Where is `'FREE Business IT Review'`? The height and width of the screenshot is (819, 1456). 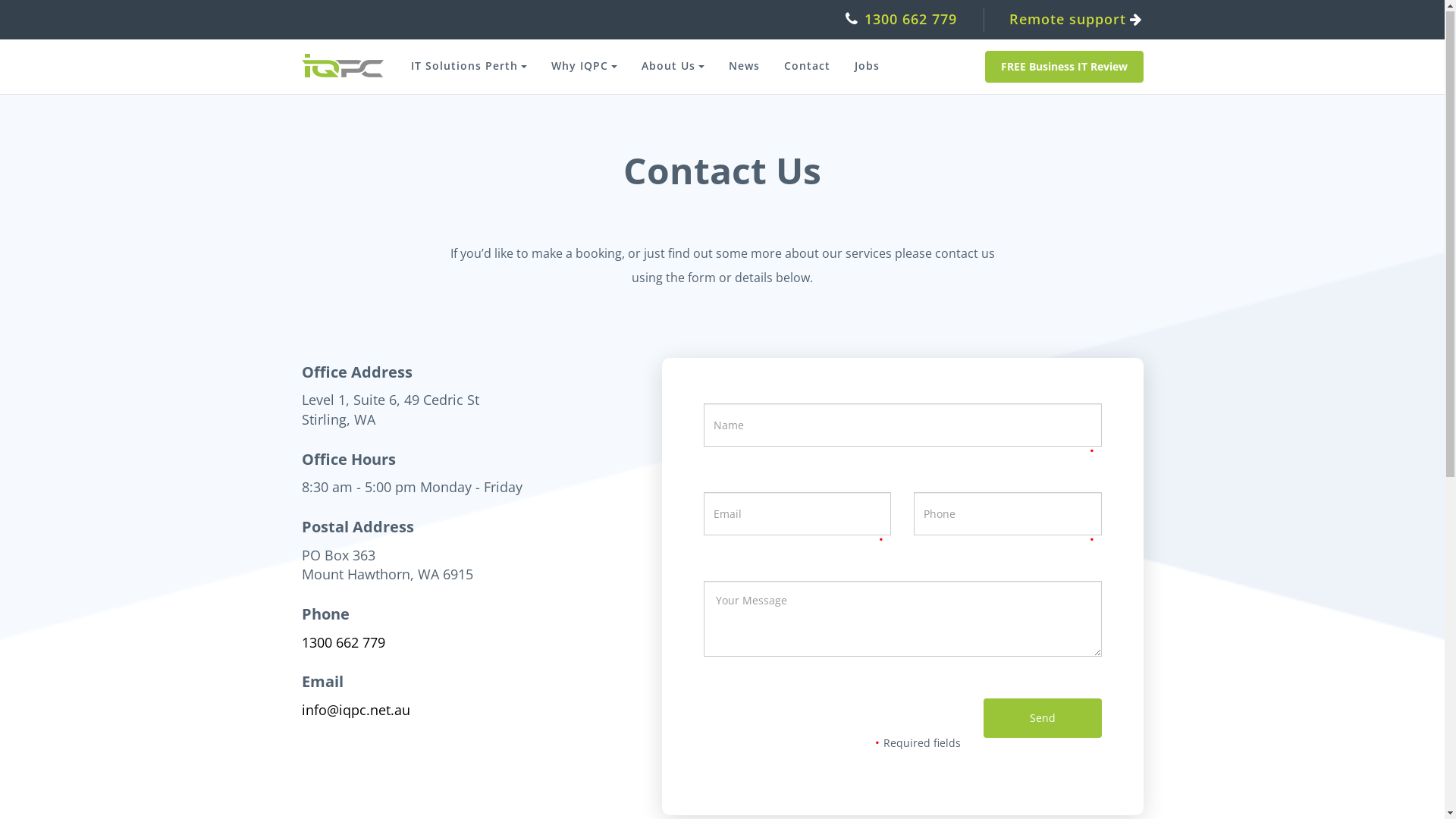 'FREE Business IT Review' is located at coordinates (984, 66).